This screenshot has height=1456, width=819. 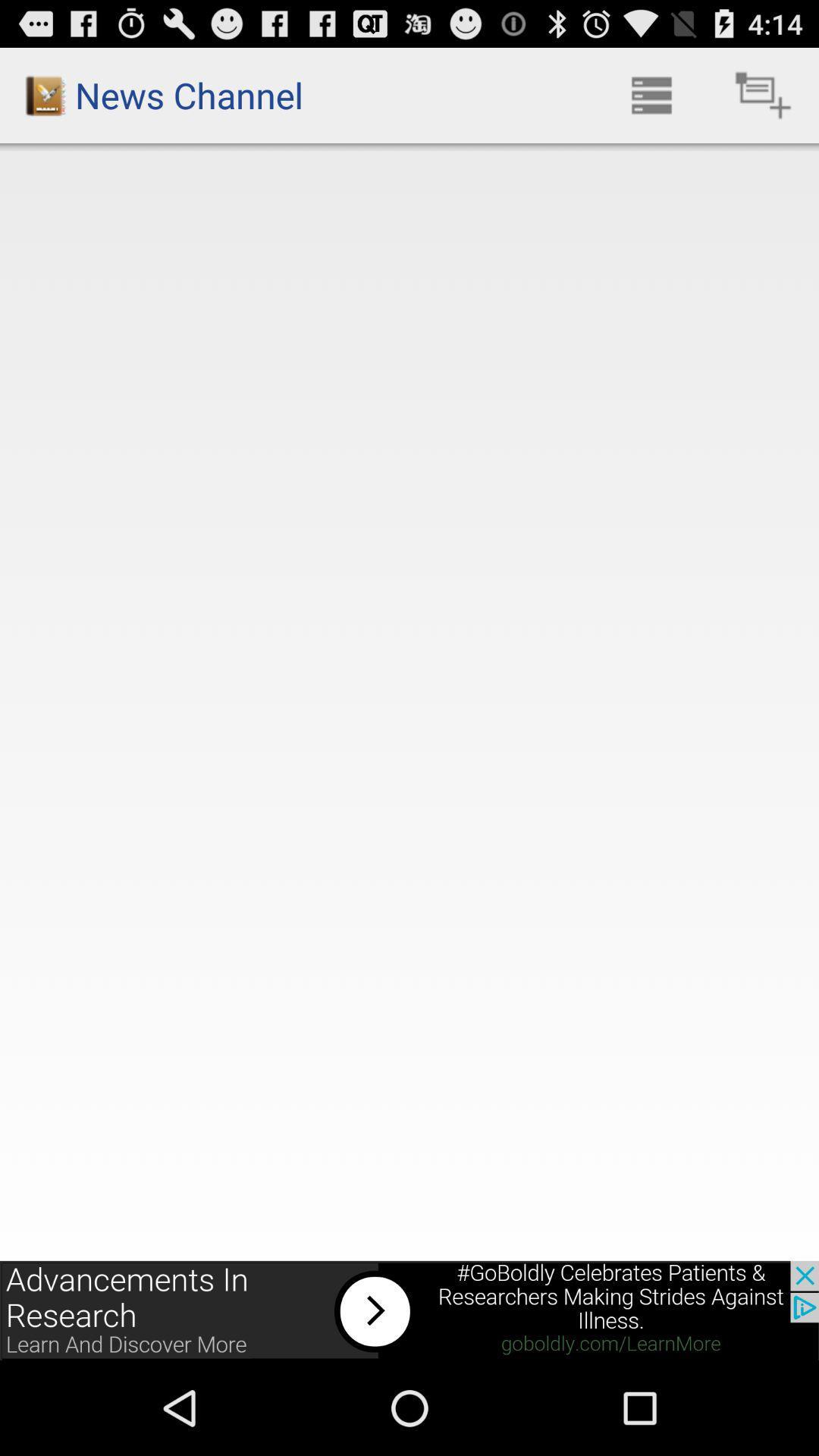 What do you see at coordinates (409, 1310) in the screenshot?
I see `advertisement banner` at bounding box center [409, 1310].